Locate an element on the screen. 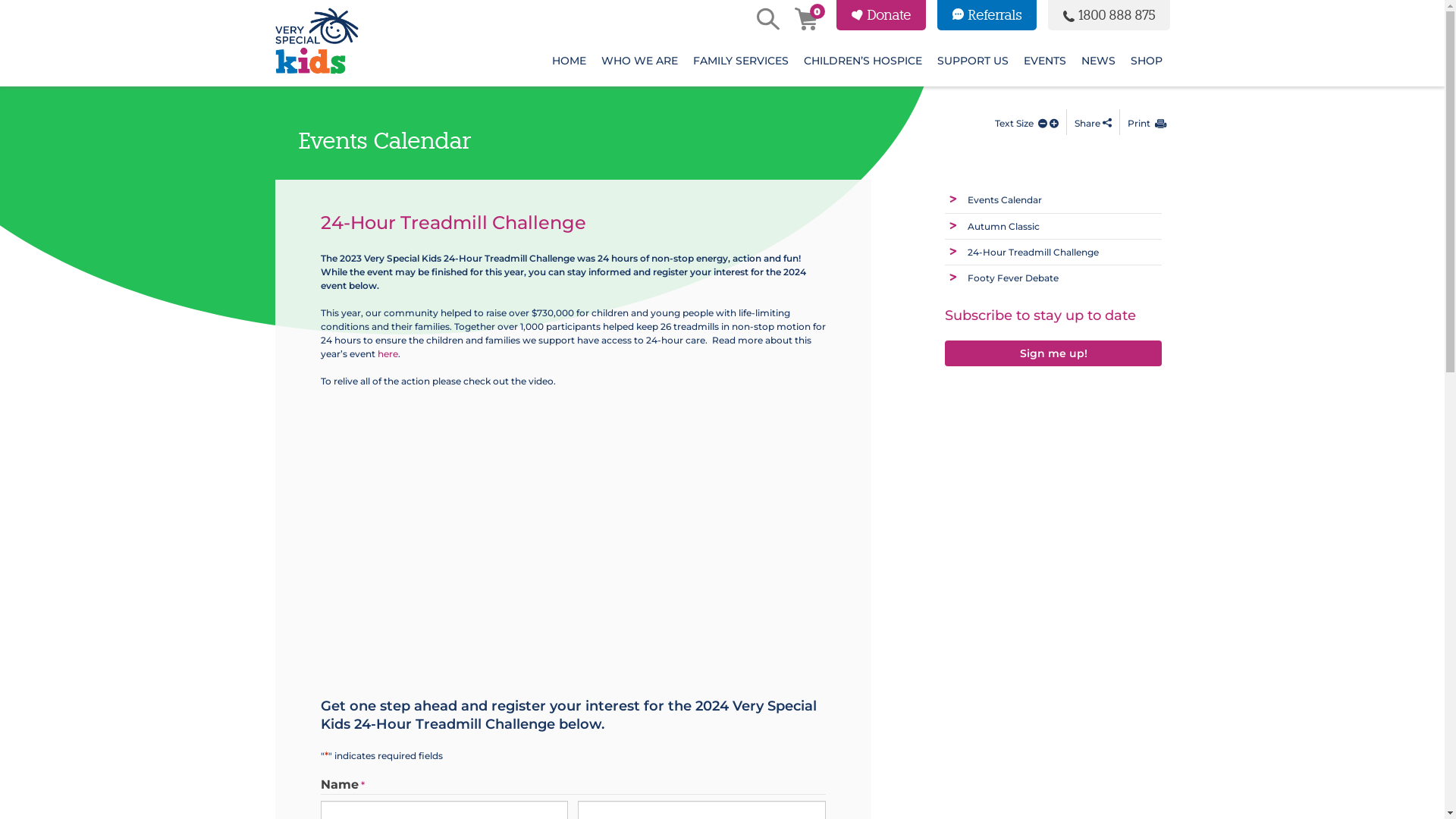 This screenshot has height=819, width=1456. 'NEWS' is located at coordinates (1073, 60).